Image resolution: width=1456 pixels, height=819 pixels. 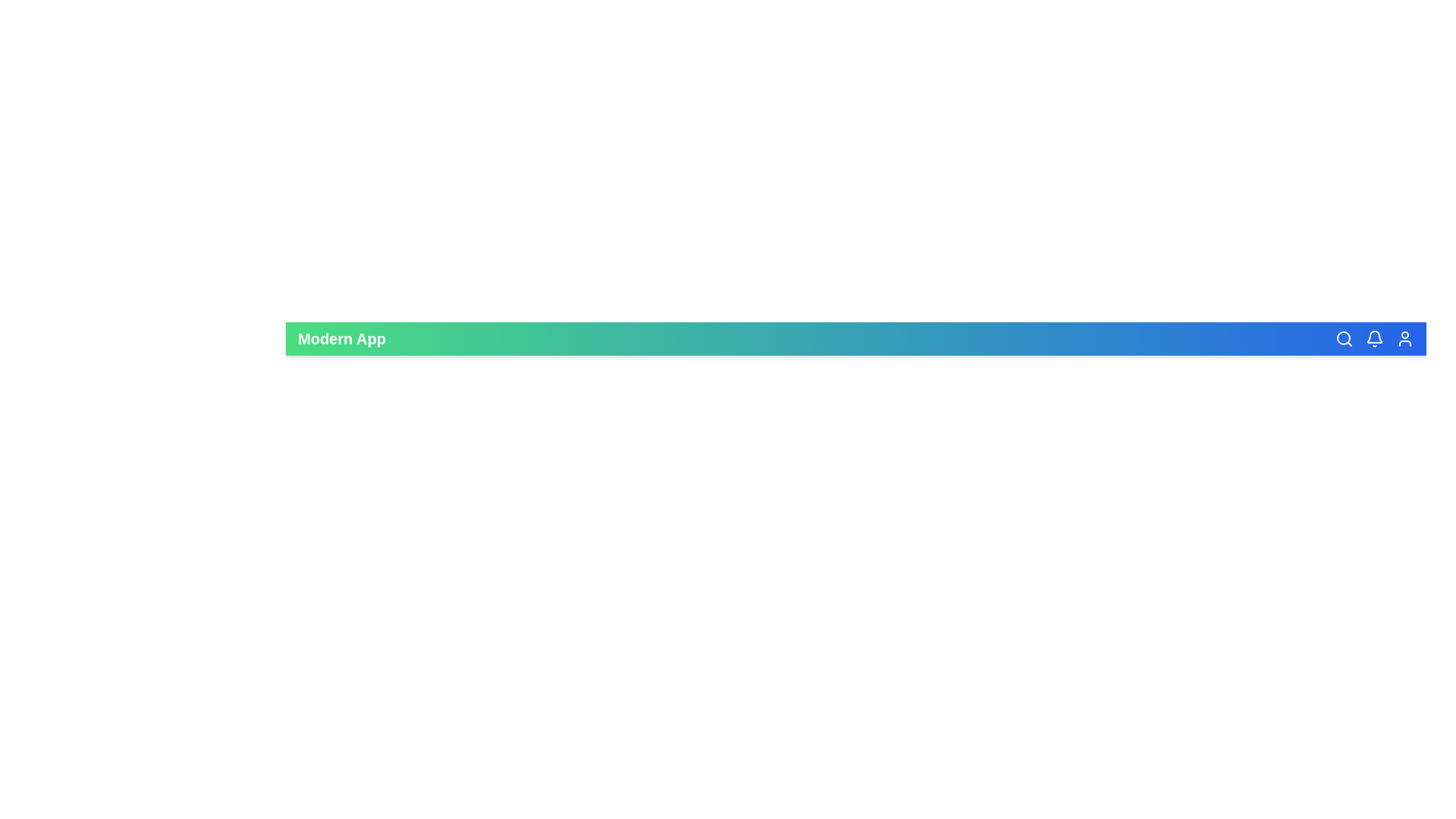 I want to click on the search icon in the app bar, so click(x=1344, y=338).